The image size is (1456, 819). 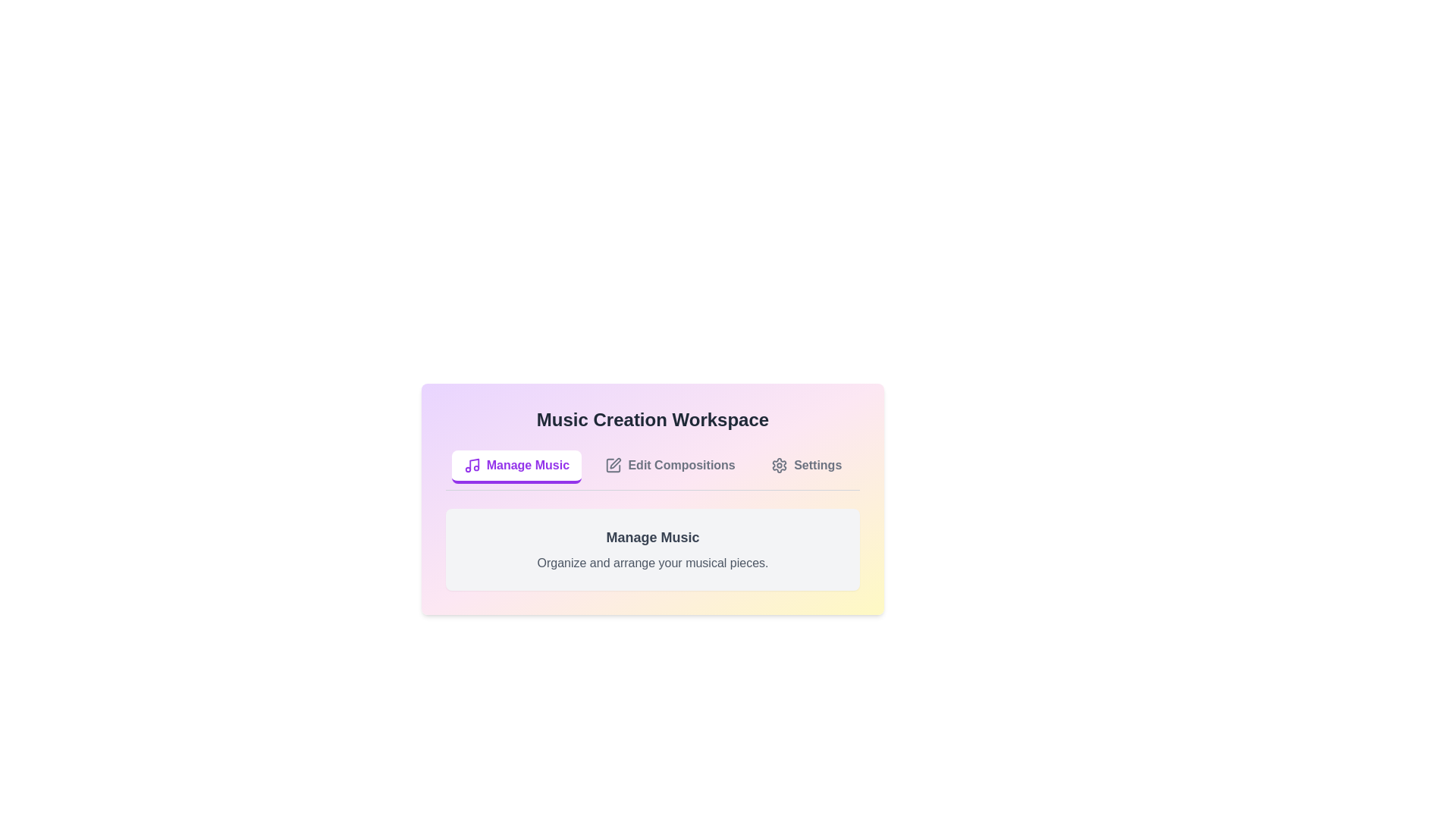 What do you see at coordinates (805, 466) in the screenshot?
I see `the Settings tab by clicking on its respective button` at bounding box center [805, 466].